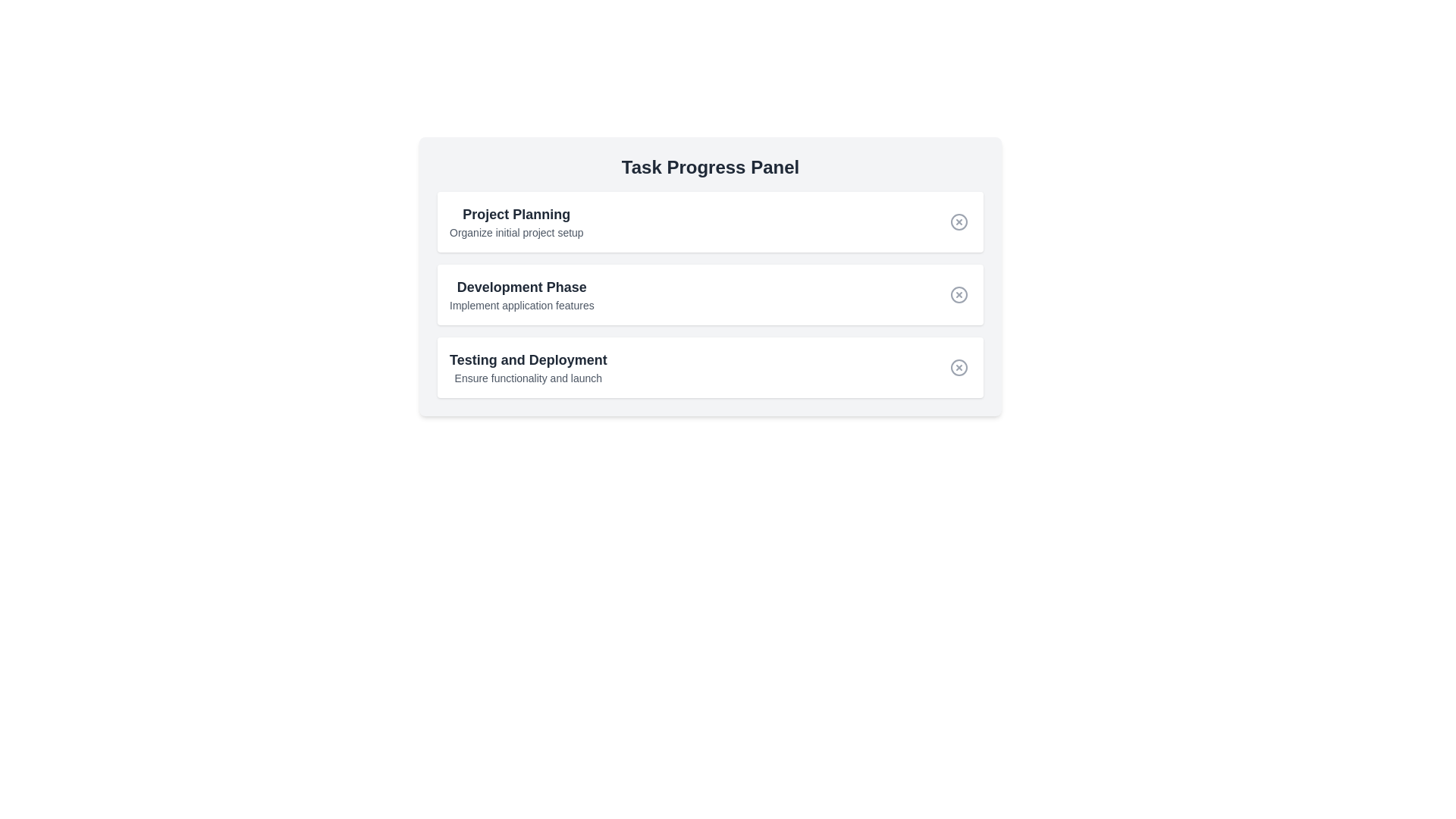 This screenshot has width=1456, height=819. What do you see at coordinates (522, 295) in the screenshot?
I see `the static text block that indicates a project phase, positioned under 'Project Planning' and above 'Testing and Deployment'` at bounding box center [522, 295].